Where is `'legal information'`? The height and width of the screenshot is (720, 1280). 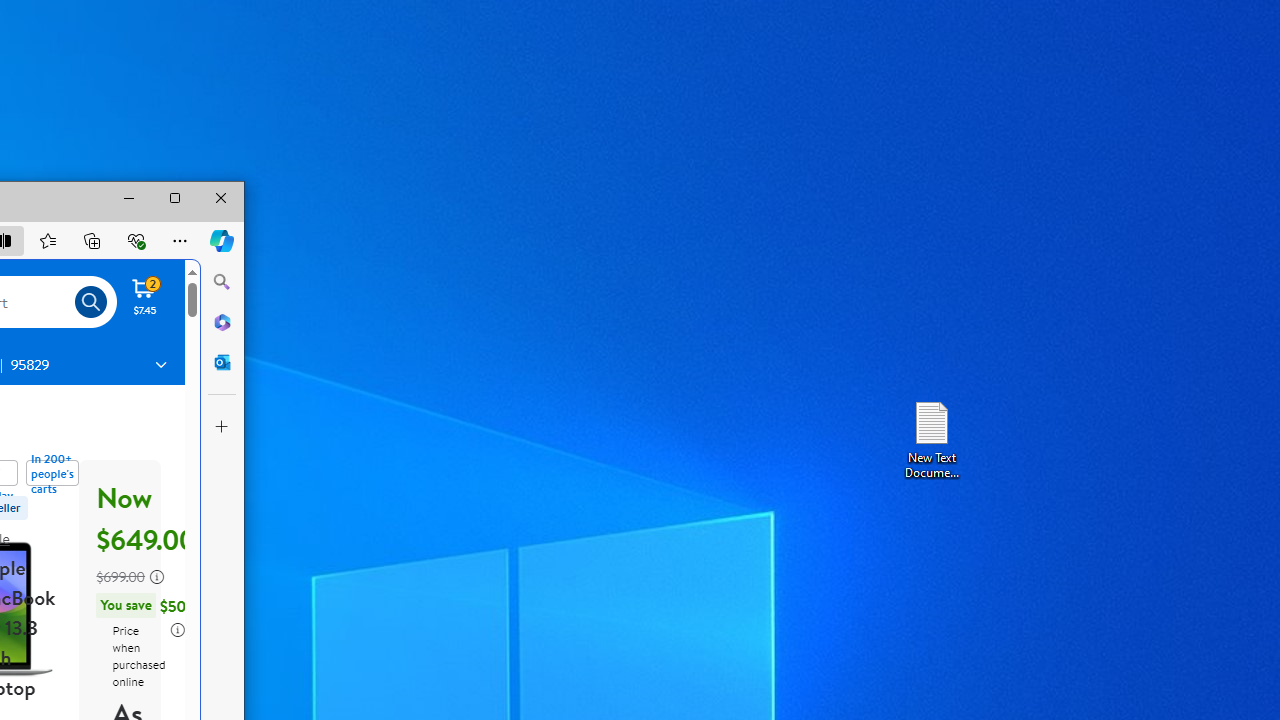
'legal information' is located at coordinates (177, 630).